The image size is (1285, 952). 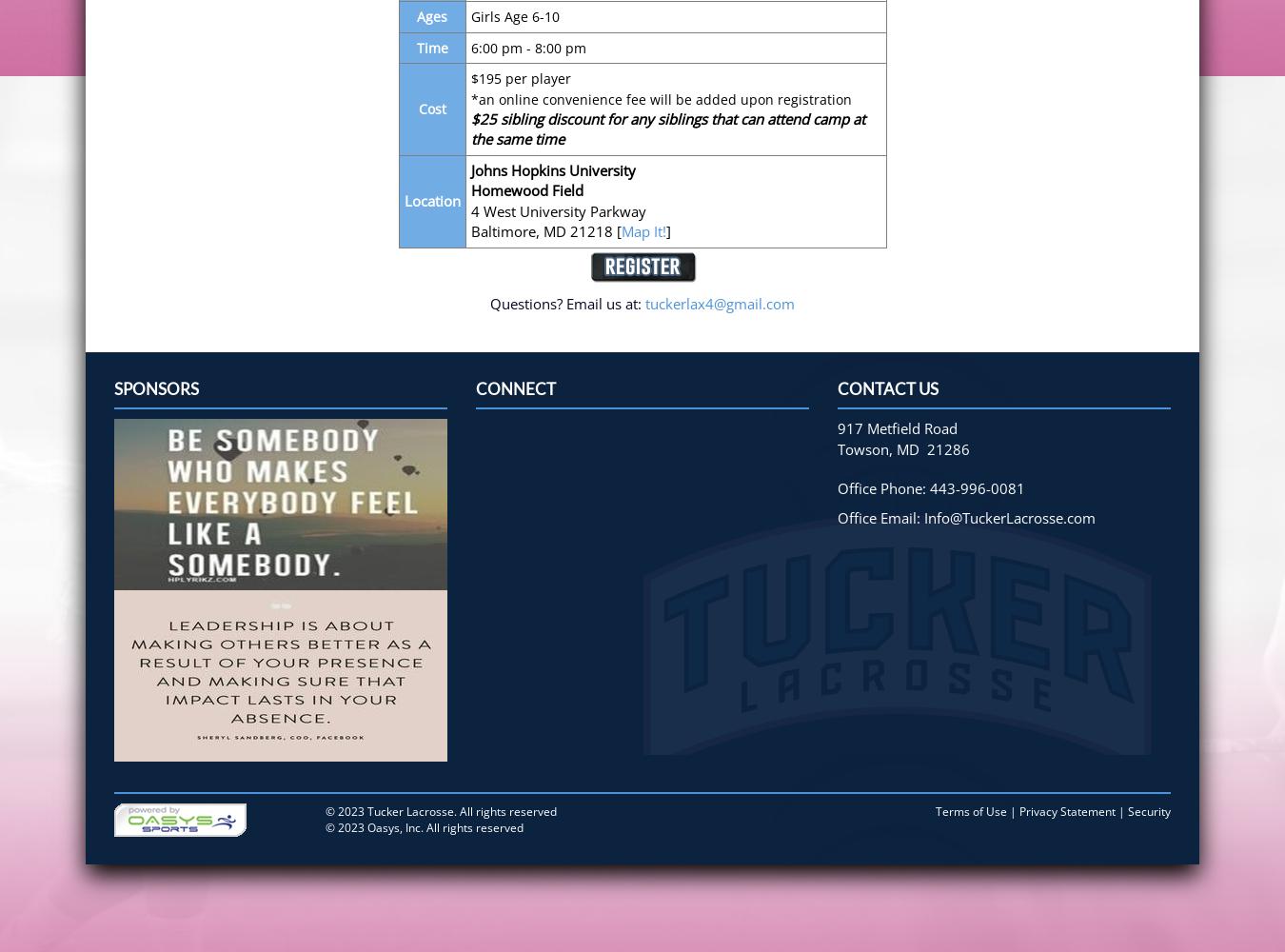 What do you see at coordinates (977, 487) in the screenshot?
I see `'443-996-0081'` at bounding box center [977, 487].